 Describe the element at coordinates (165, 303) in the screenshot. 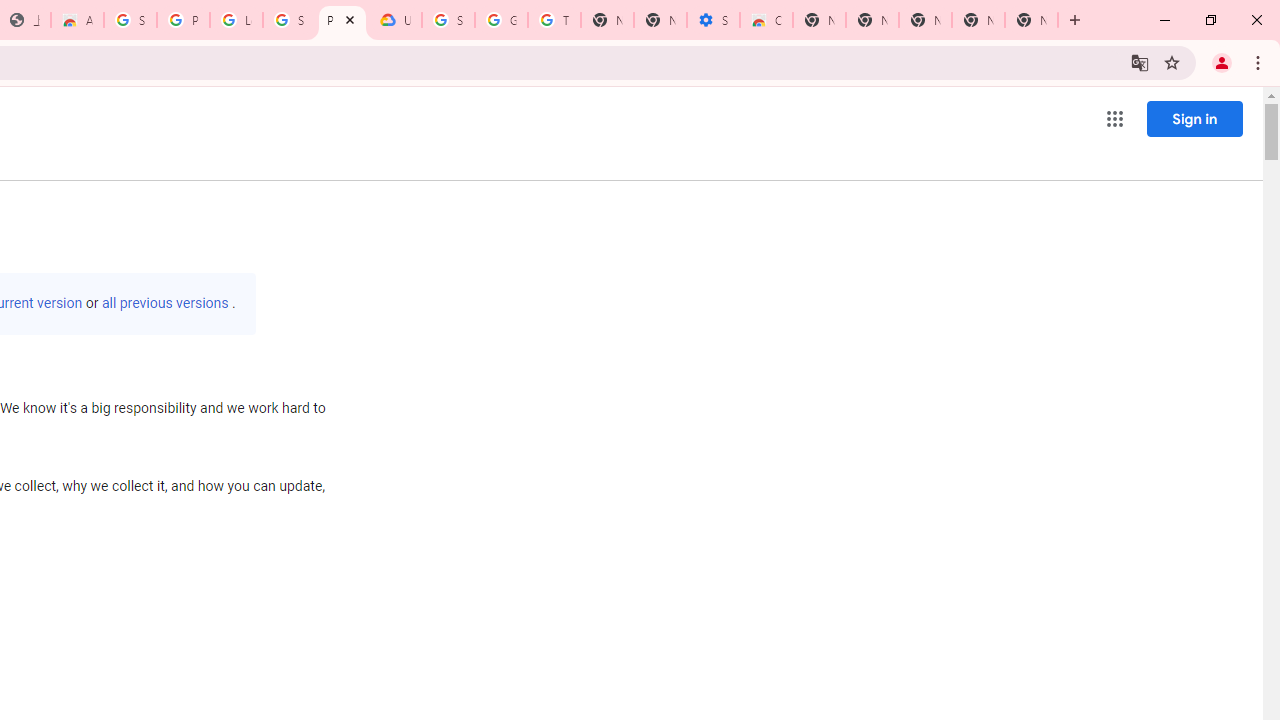

I see `'all previous versions'` at that location.